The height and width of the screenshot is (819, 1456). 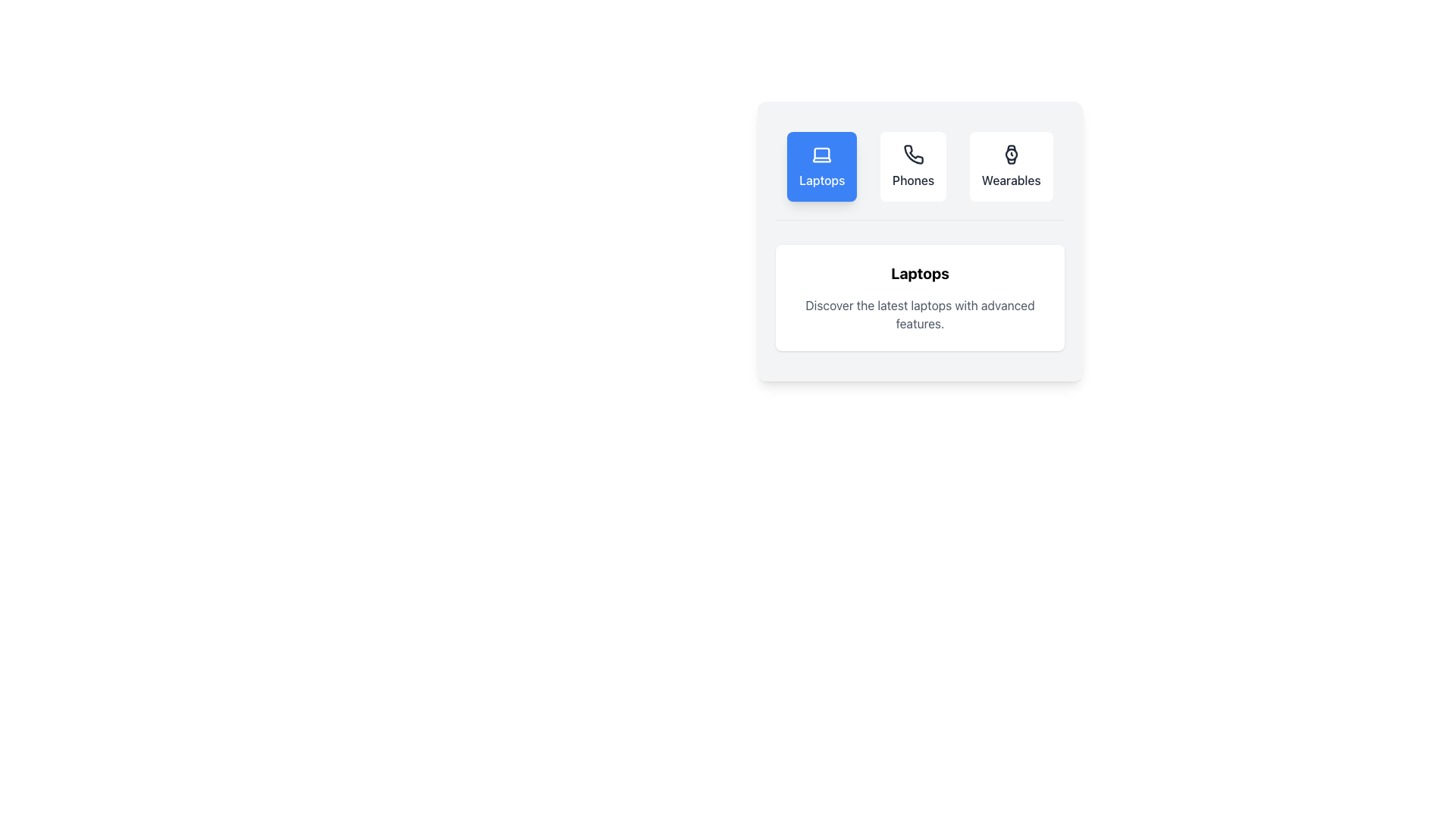 I want to click on the 'Wearables' button which is a rounded rectangular button with a white background and a smartwatch icon above the text, to select it, so click(x=1011, y=166).